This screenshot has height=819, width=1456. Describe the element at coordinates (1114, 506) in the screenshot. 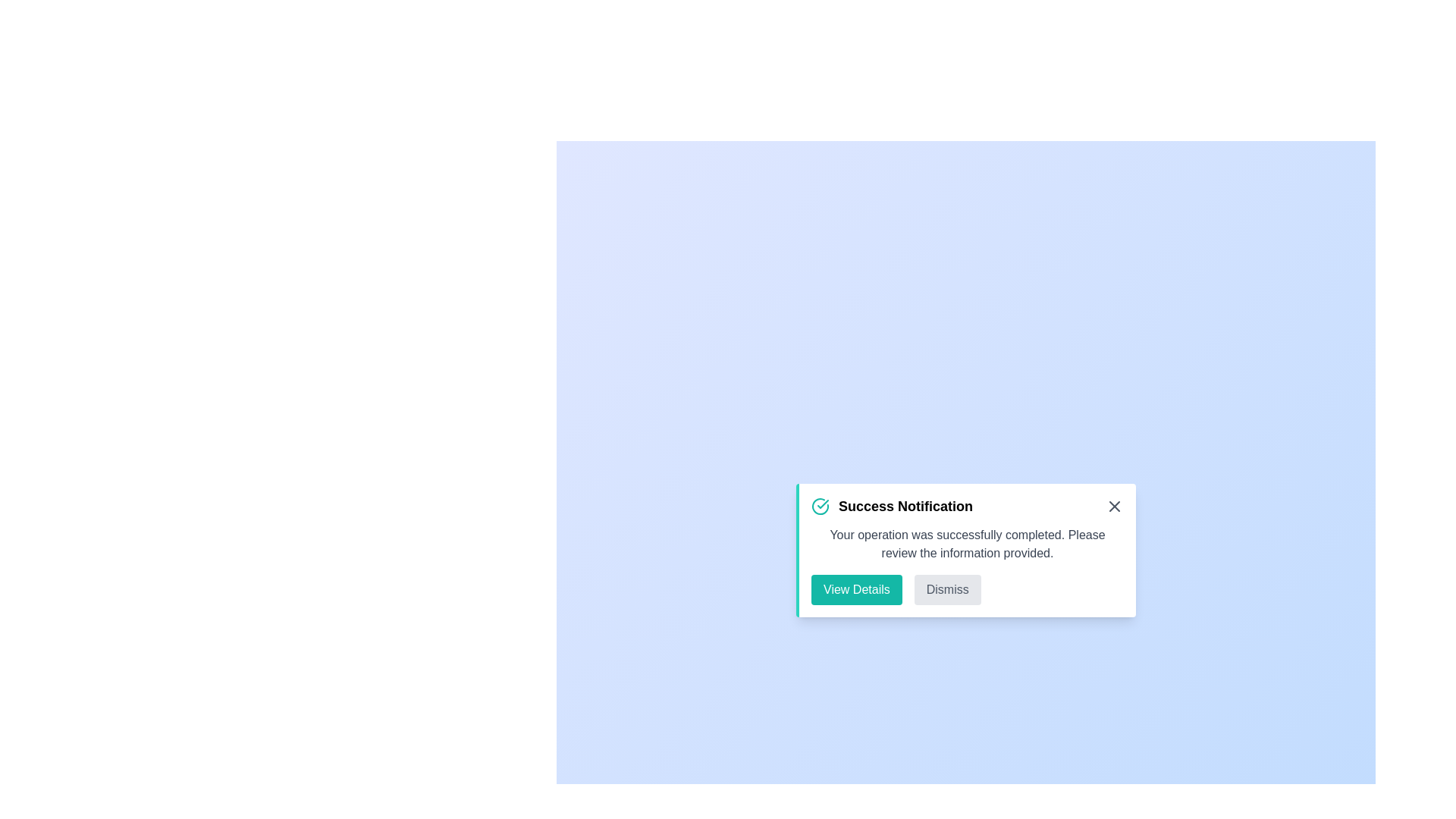

I see `the 'X' button to close the notification` at that location.